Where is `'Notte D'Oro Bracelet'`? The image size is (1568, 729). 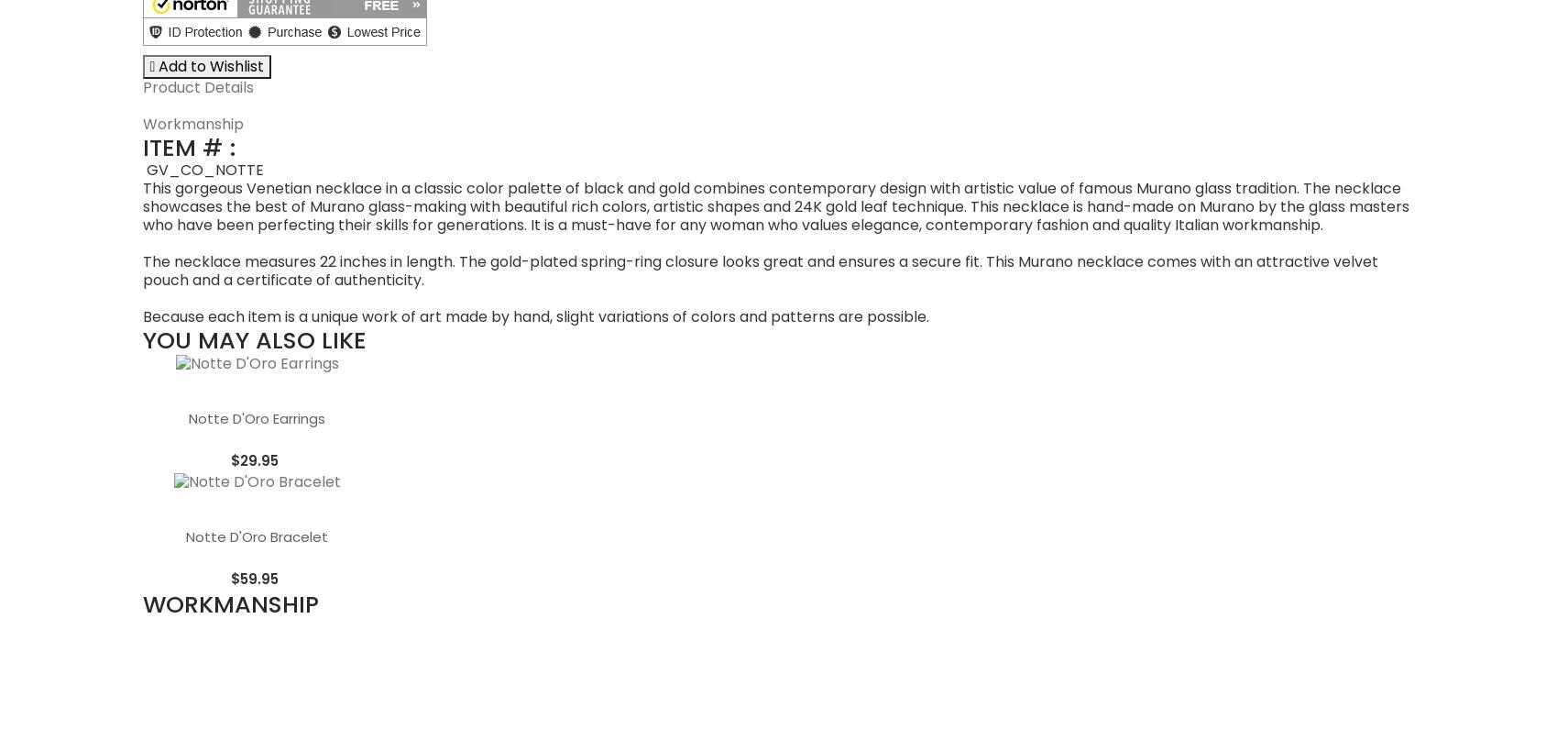 'Notte D'Oro Bracelet' is located at coordinates (256, 198).